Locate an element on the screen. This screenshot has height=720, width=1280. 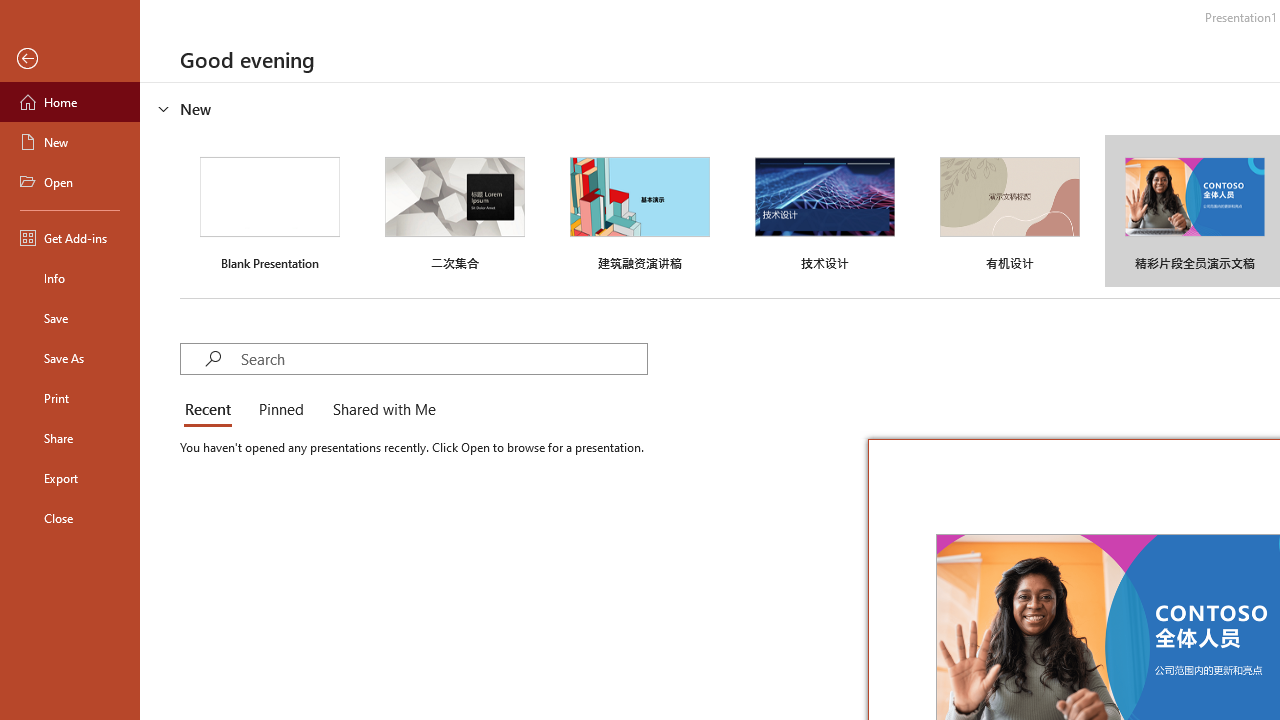
'Save As' is located at coordinates (69, 356).